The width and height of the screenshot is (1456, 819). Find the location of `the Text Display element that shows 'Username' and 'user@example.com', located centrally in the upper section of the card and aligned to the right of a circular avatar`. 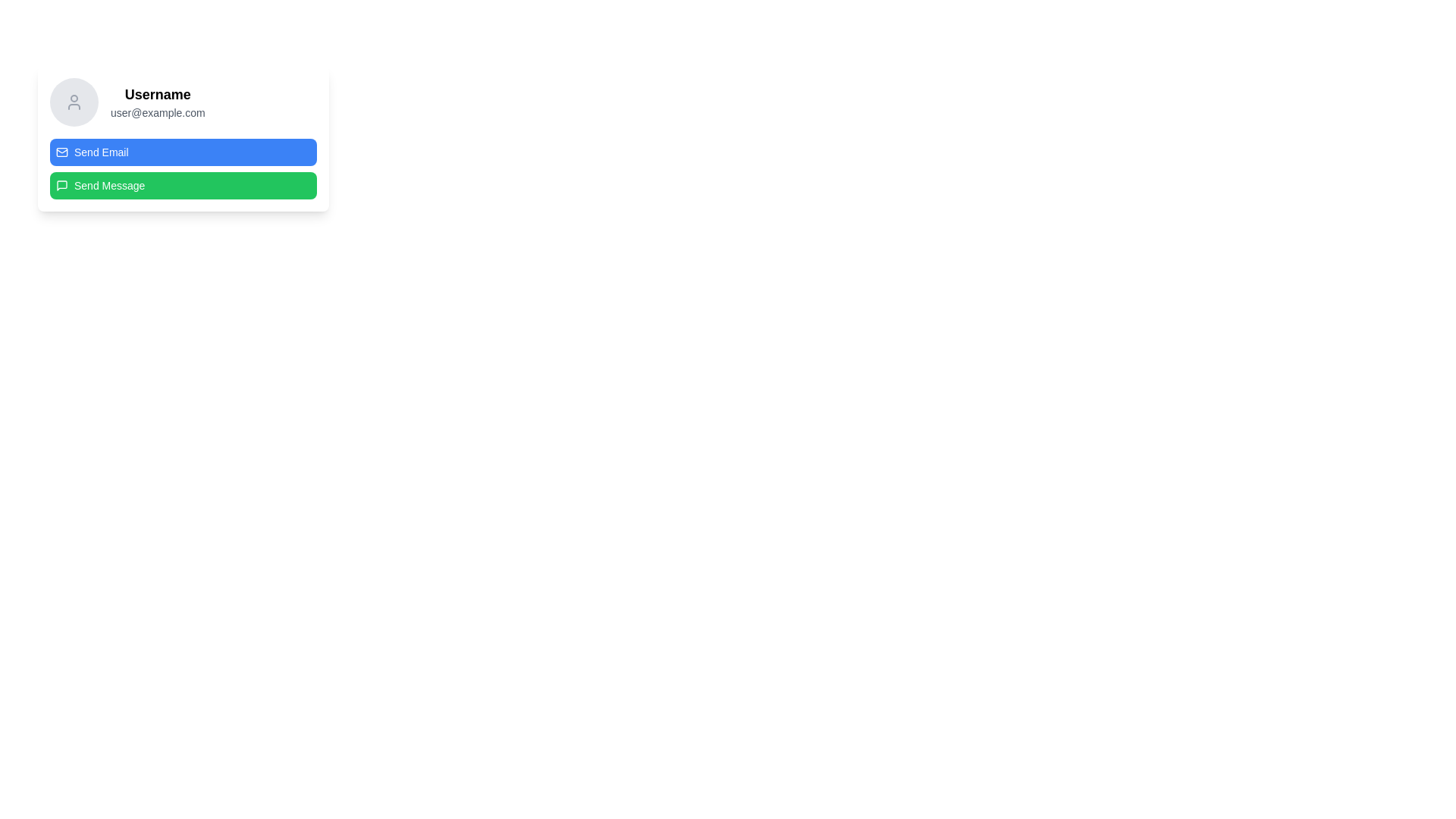

the Text Display element that shows 'Username' and 'user@example.com', located centrally in the upper section of the card and aligned to the right of a circular avatar is located at coordinates (158, 102).